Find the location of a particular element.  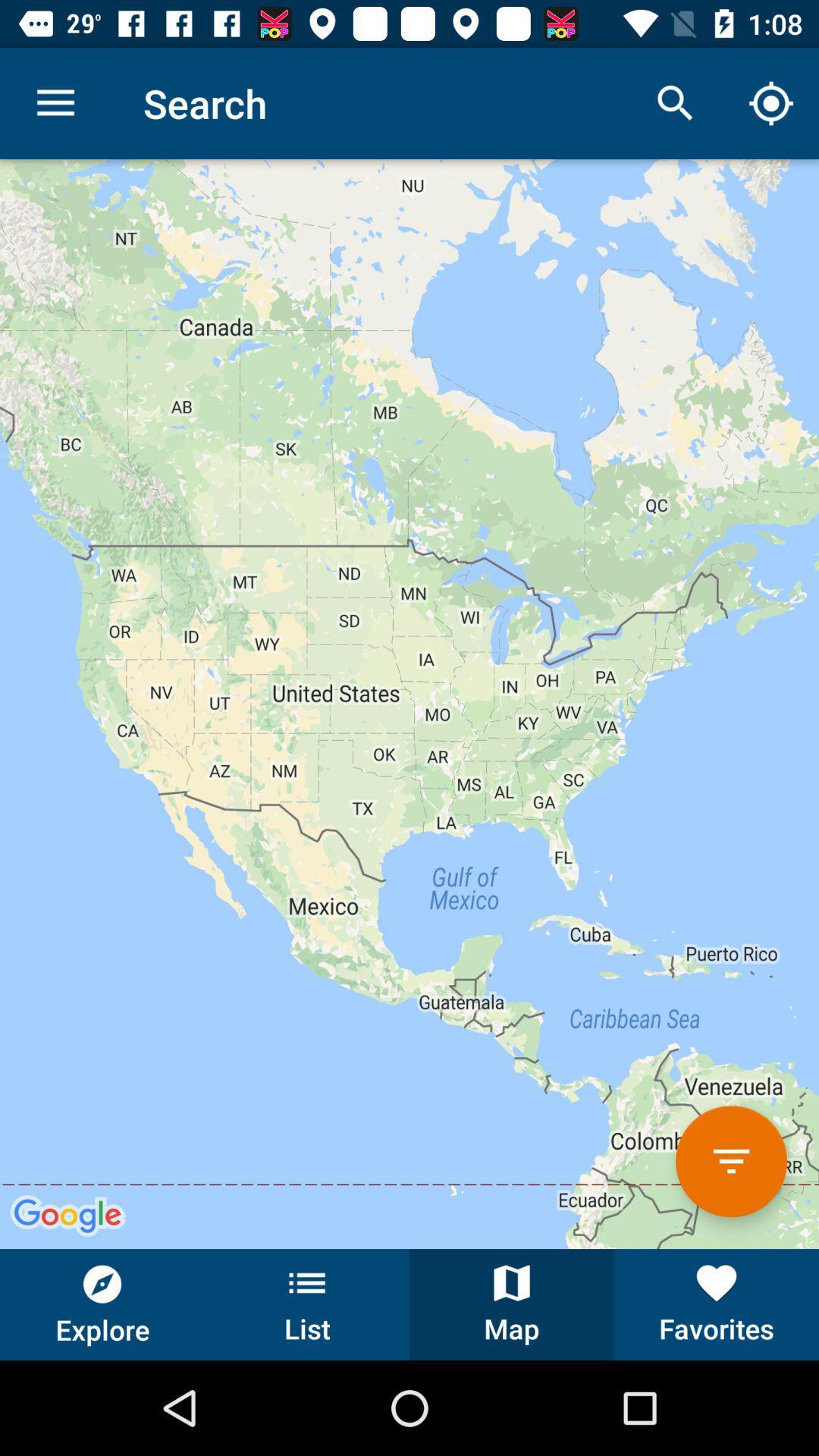

filter search results is located at coordinates (730, 1160).